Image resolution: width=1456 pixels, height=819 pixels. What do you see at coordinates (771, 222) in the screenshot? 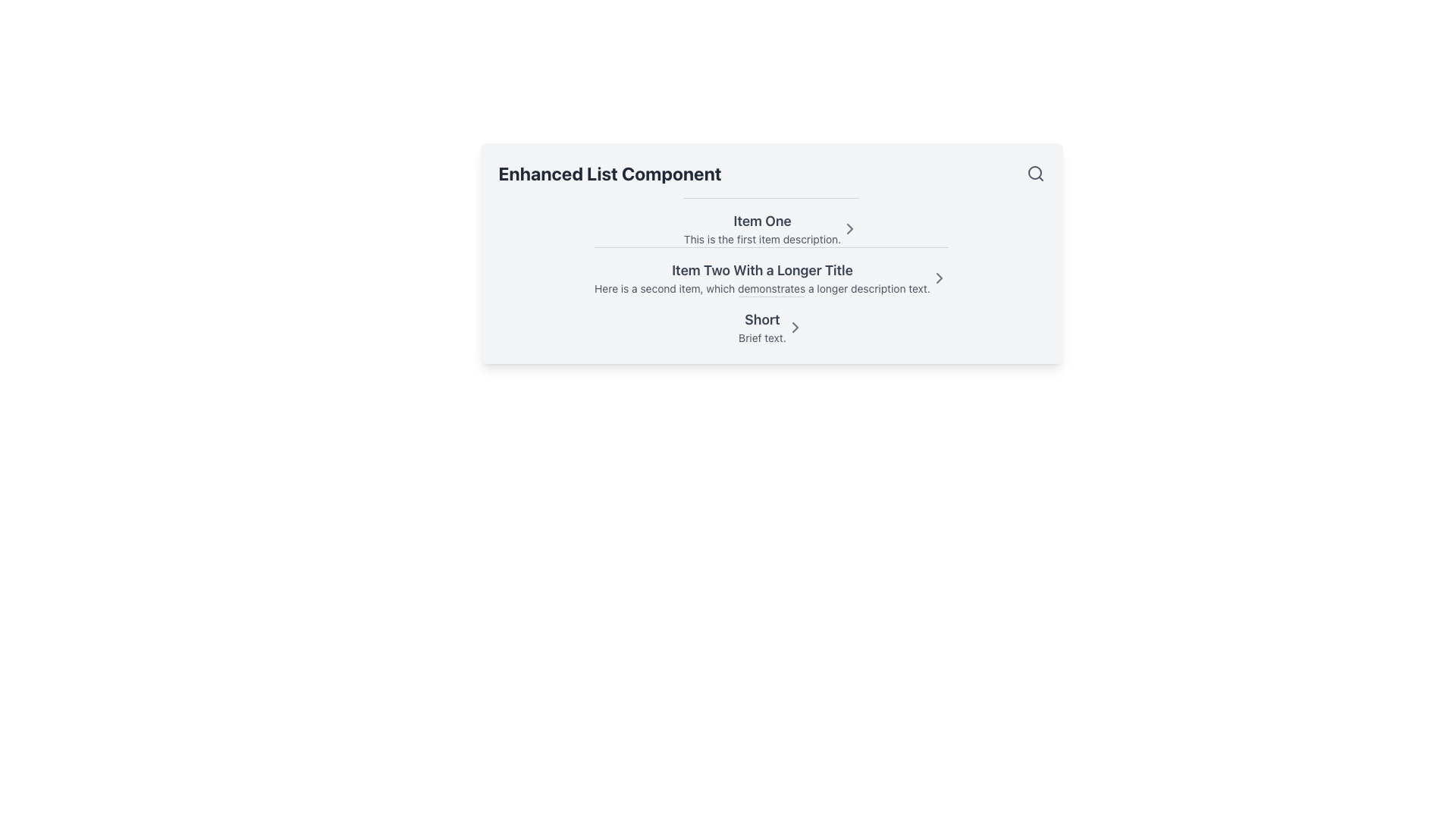
I see `the first item` at bounding box center [771, 222].